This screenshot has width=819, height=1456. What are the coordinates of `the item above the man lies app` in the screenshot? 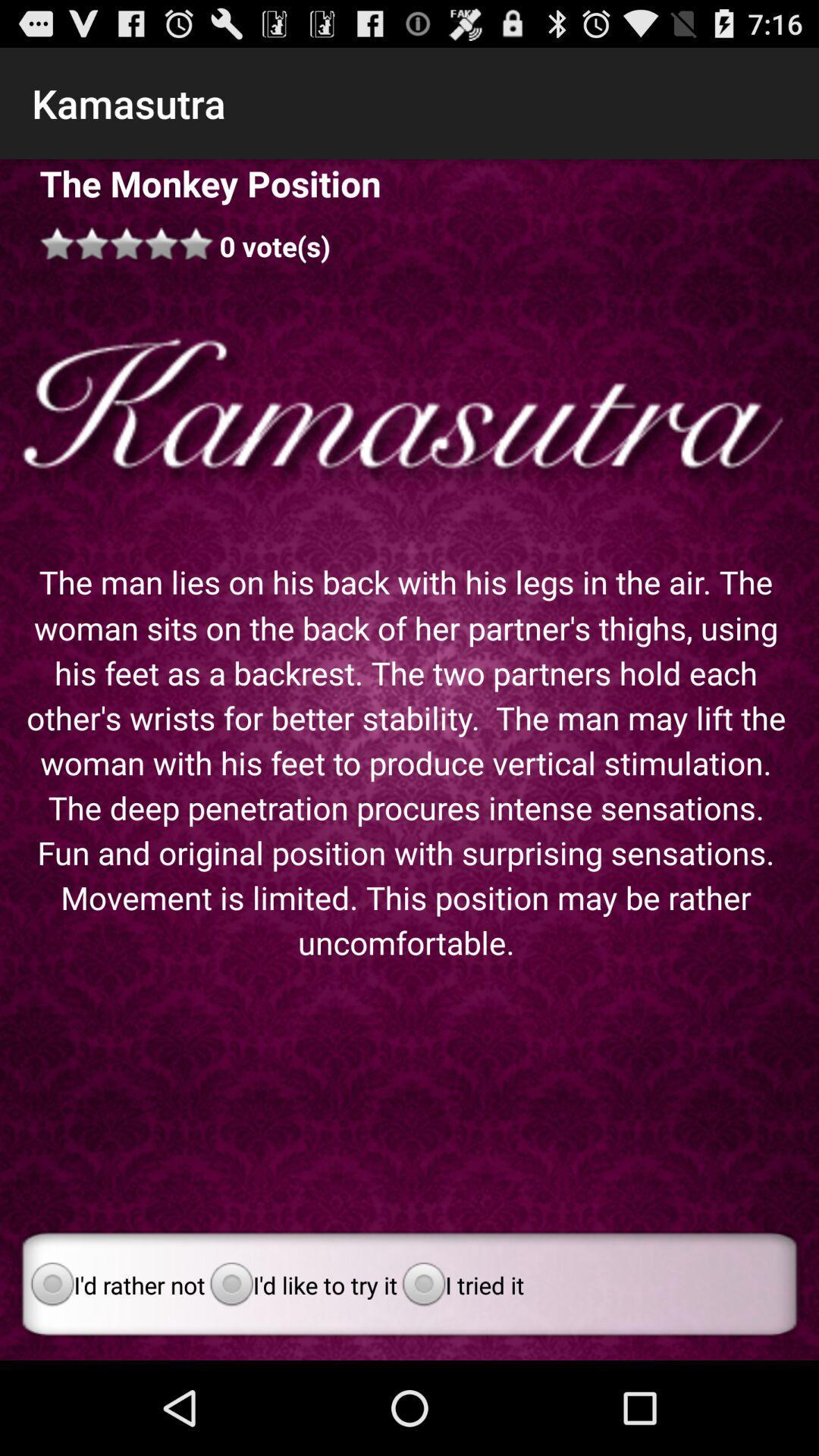 It's located at (409, 413).